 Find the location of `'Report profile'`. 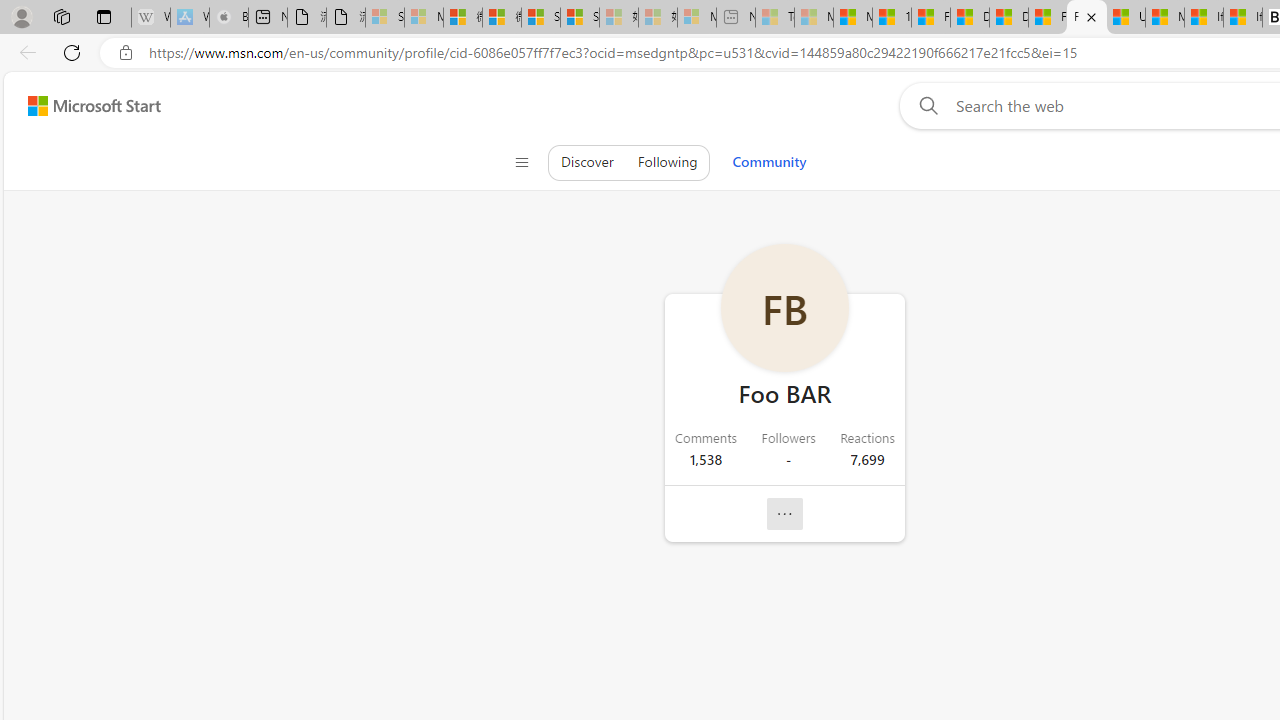

'Report profile' is located at coordinates (783, 513).